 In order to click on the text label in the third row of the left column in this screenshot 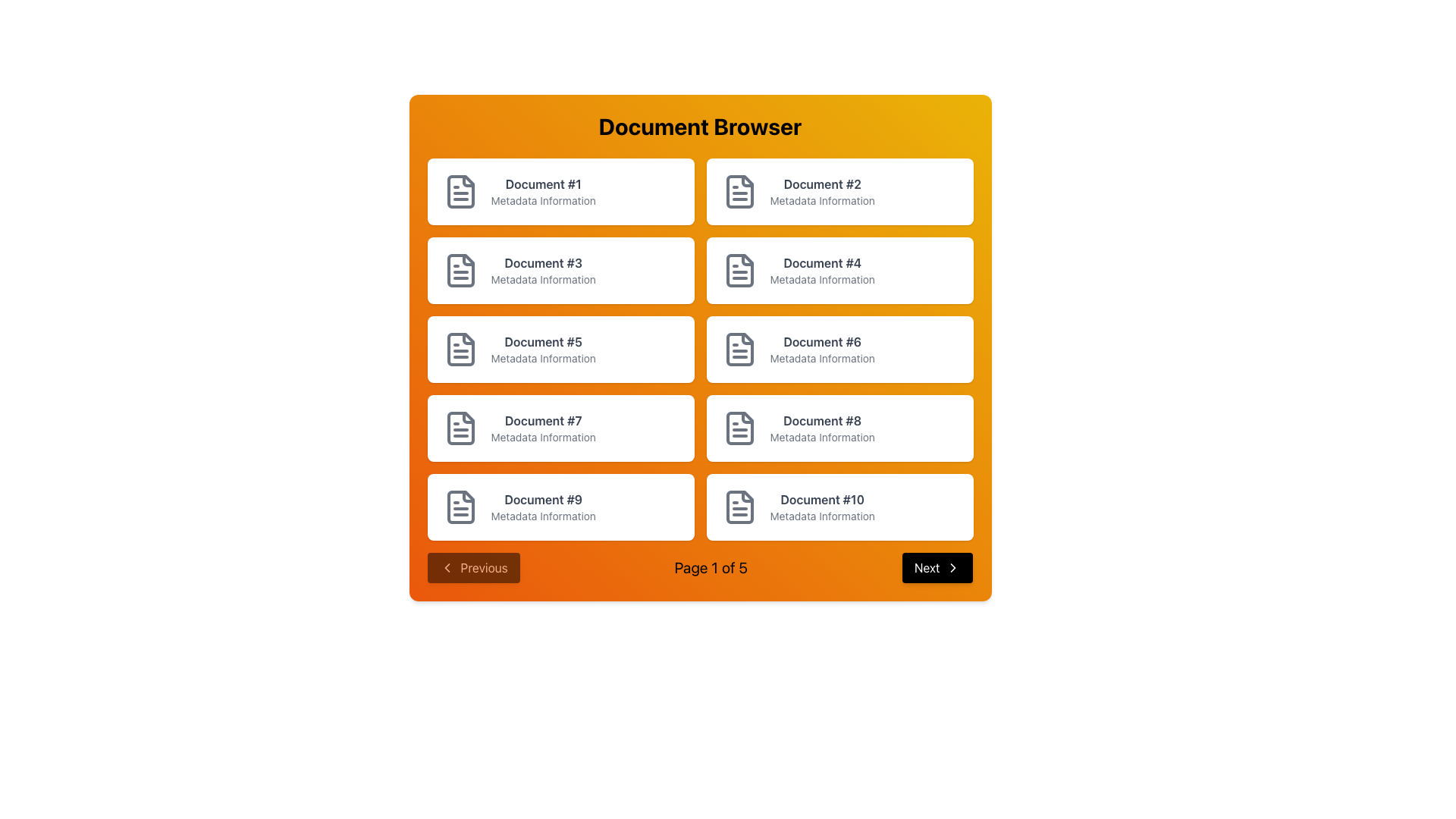, I will do `click(543, 350)`.